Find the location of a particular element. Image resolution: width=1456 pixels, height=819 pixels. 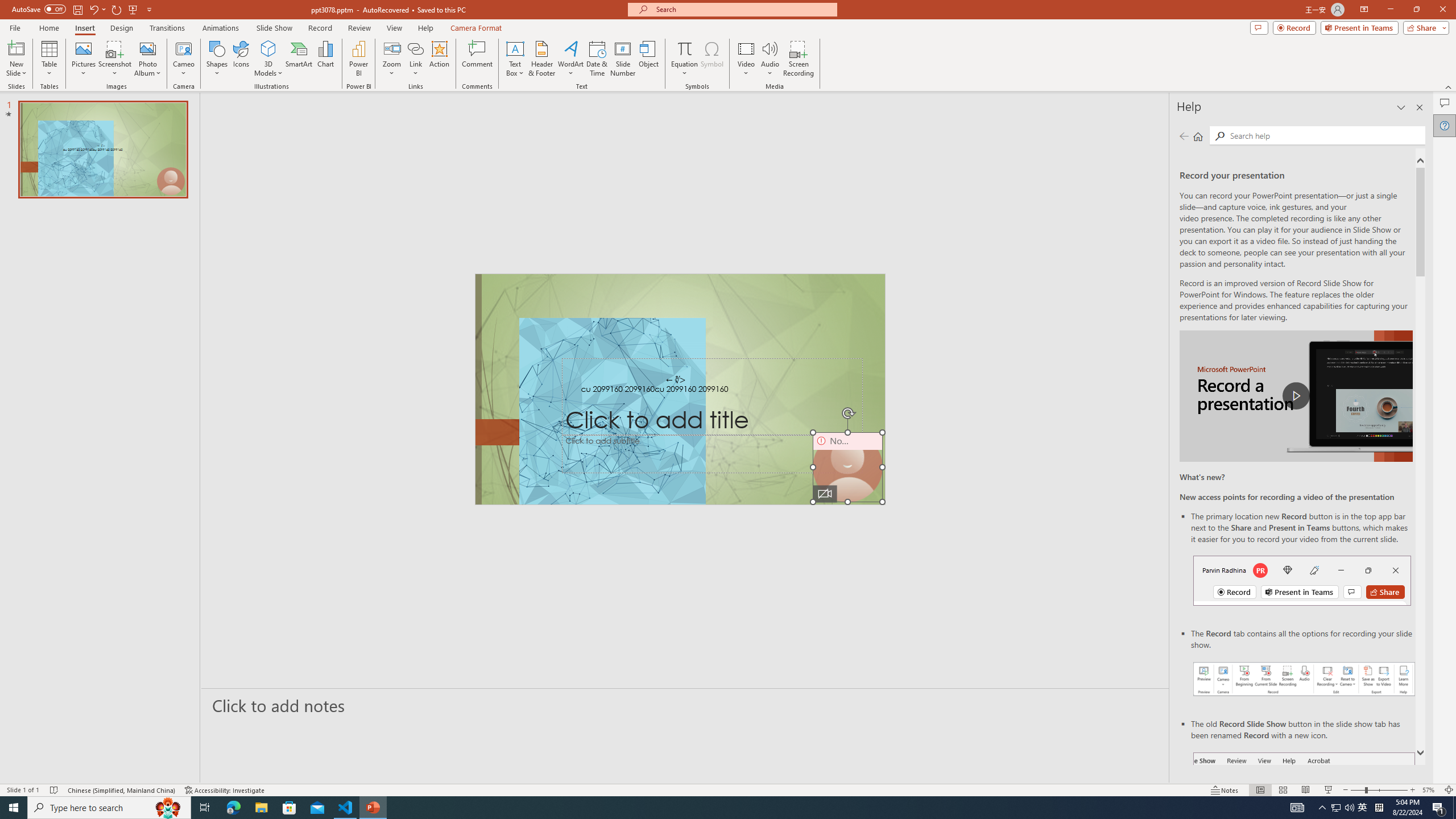

'play Record a Presentation' is located at coordinates (1296, 396).